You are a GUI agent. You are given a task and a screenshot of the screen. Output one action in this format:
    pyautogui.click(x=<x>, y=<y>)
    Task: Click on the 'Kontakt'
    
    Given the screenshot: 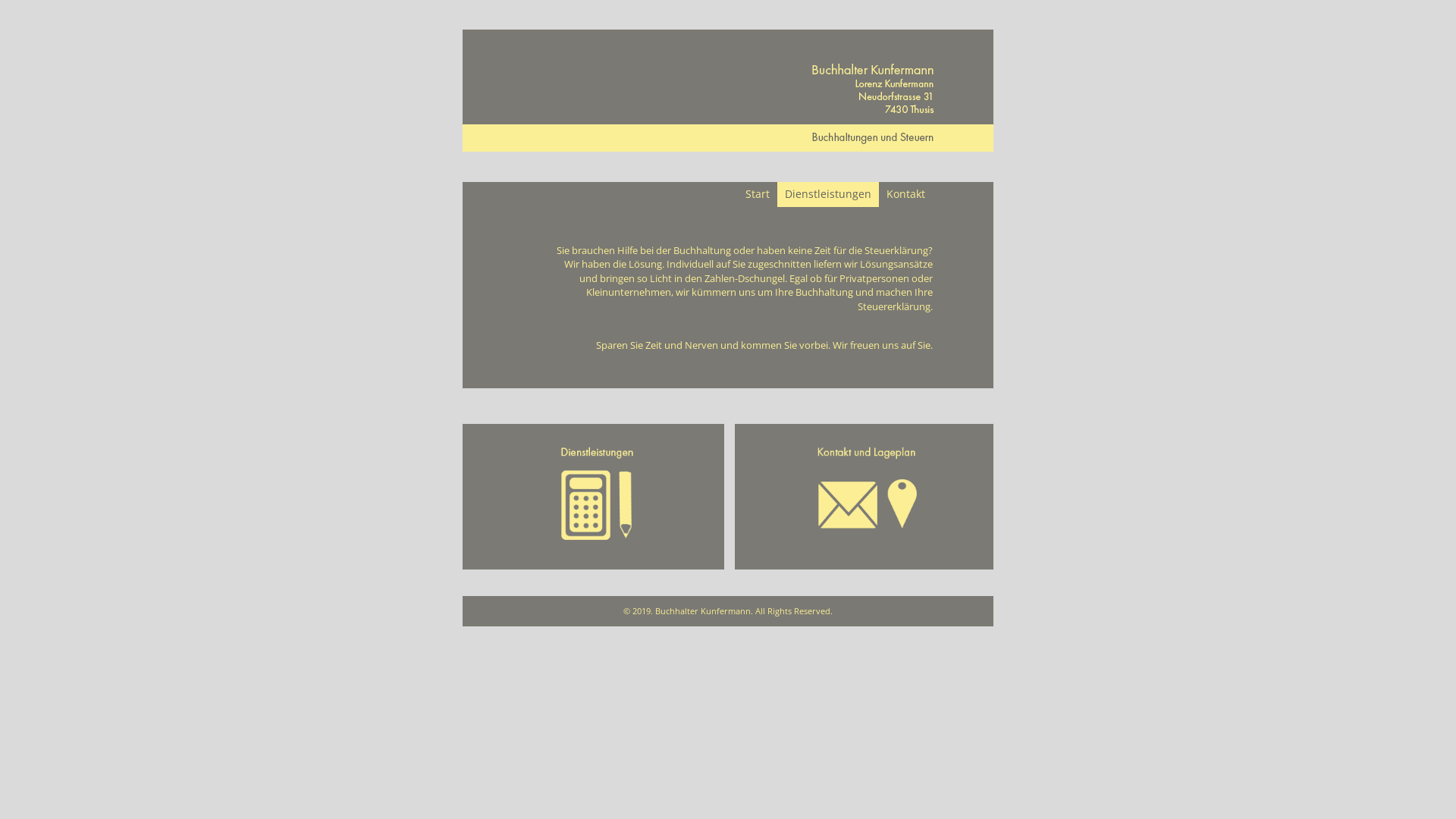 What is the action you would take?
    pyautogui.click(x=905, y=193)
    